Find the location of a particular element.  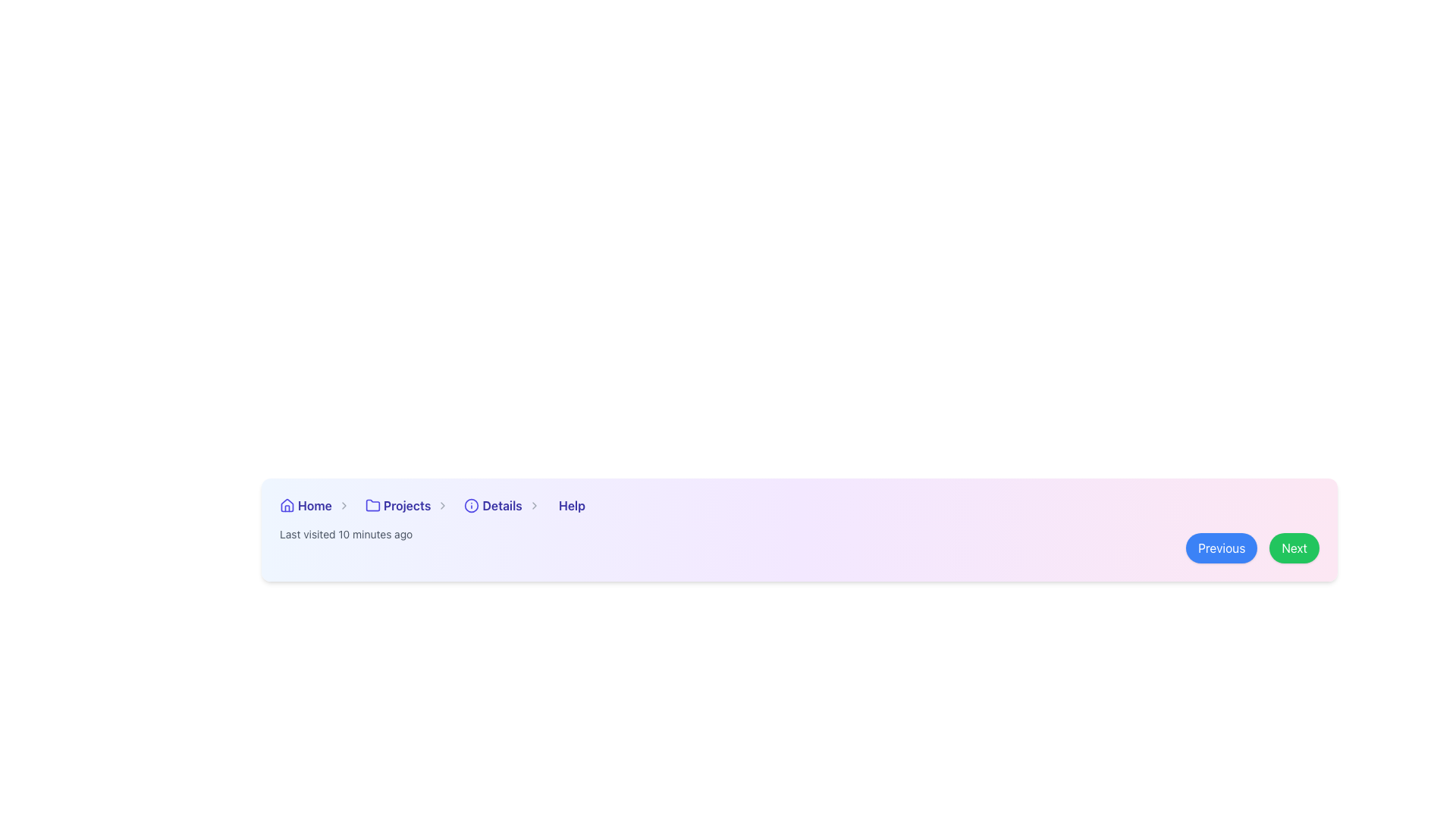

the first item in the breadcrumb navigation bar is located at coordinates (317, 506).